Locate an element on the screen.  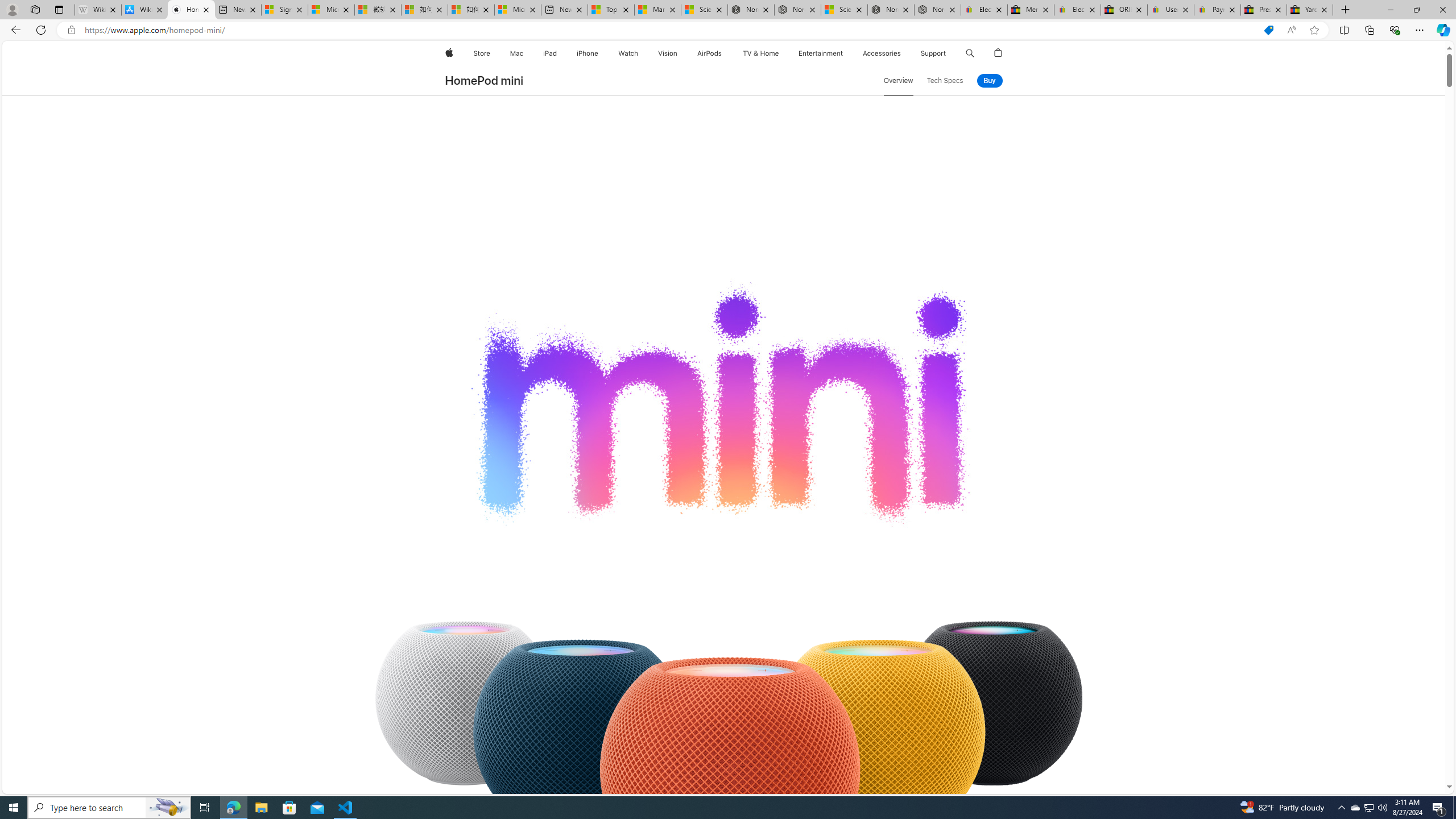
'Store' is located at coordinates (481, 53).